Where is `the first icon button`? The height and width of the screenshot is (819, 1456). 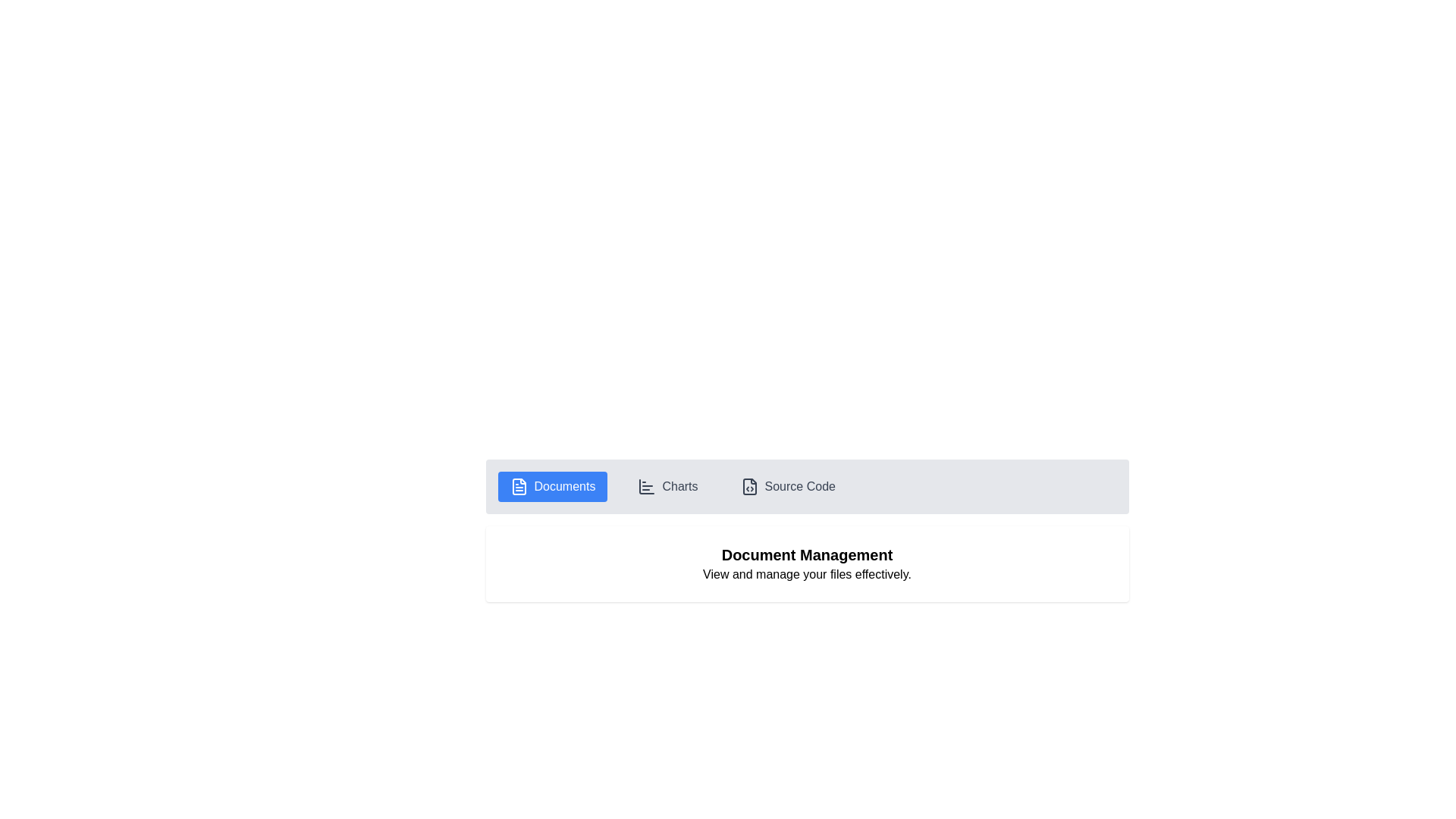 the first icon button is located at coordinates (519, 486).